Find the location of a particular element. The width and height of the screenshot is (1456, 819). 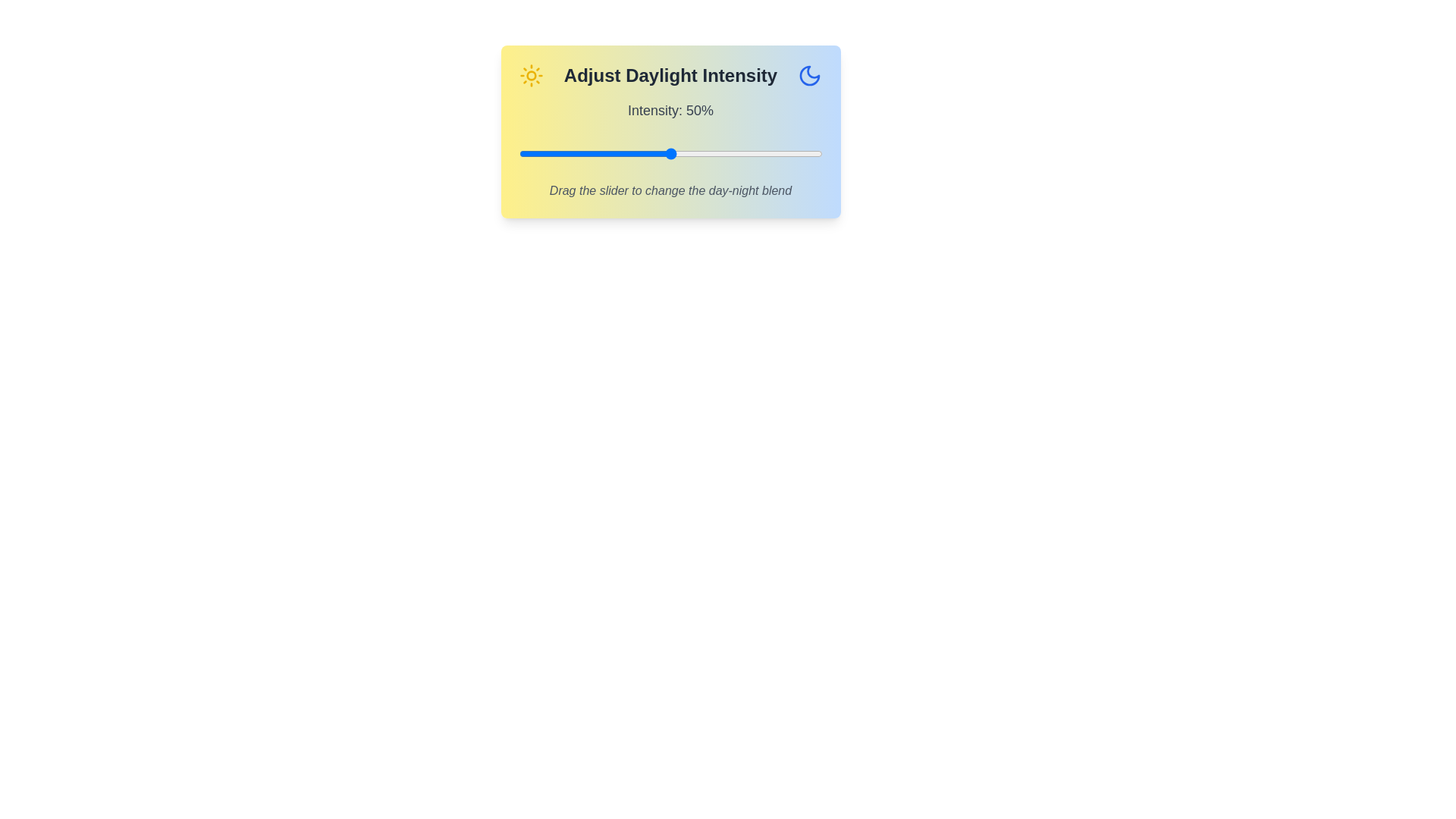

the daylight intensity slider to 41% is located at coordinates (643, 154).